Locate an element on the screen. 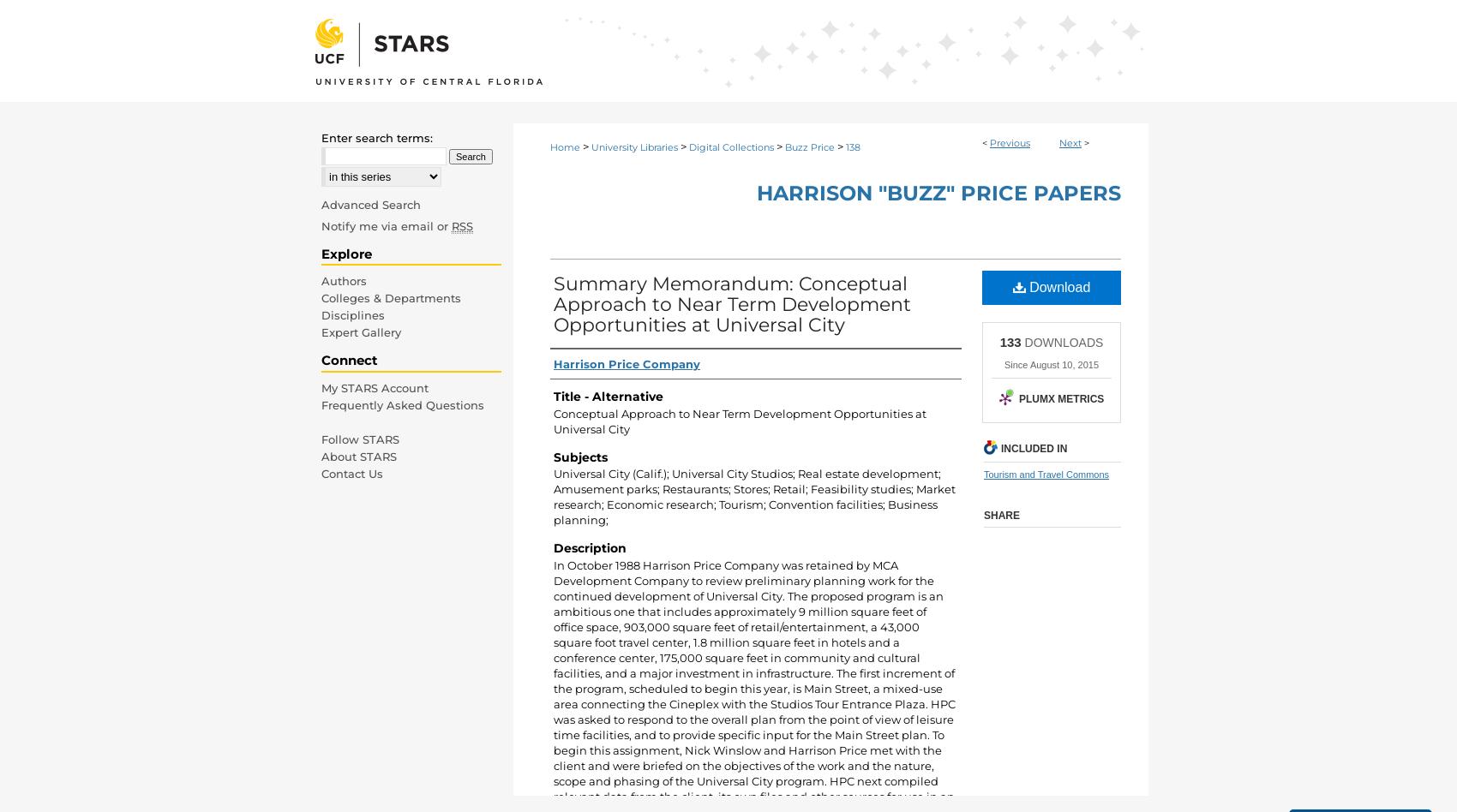 Image resolution: width=1457 pixels, height=812 pixels. 'Home' is located at coordinates (565, 146).